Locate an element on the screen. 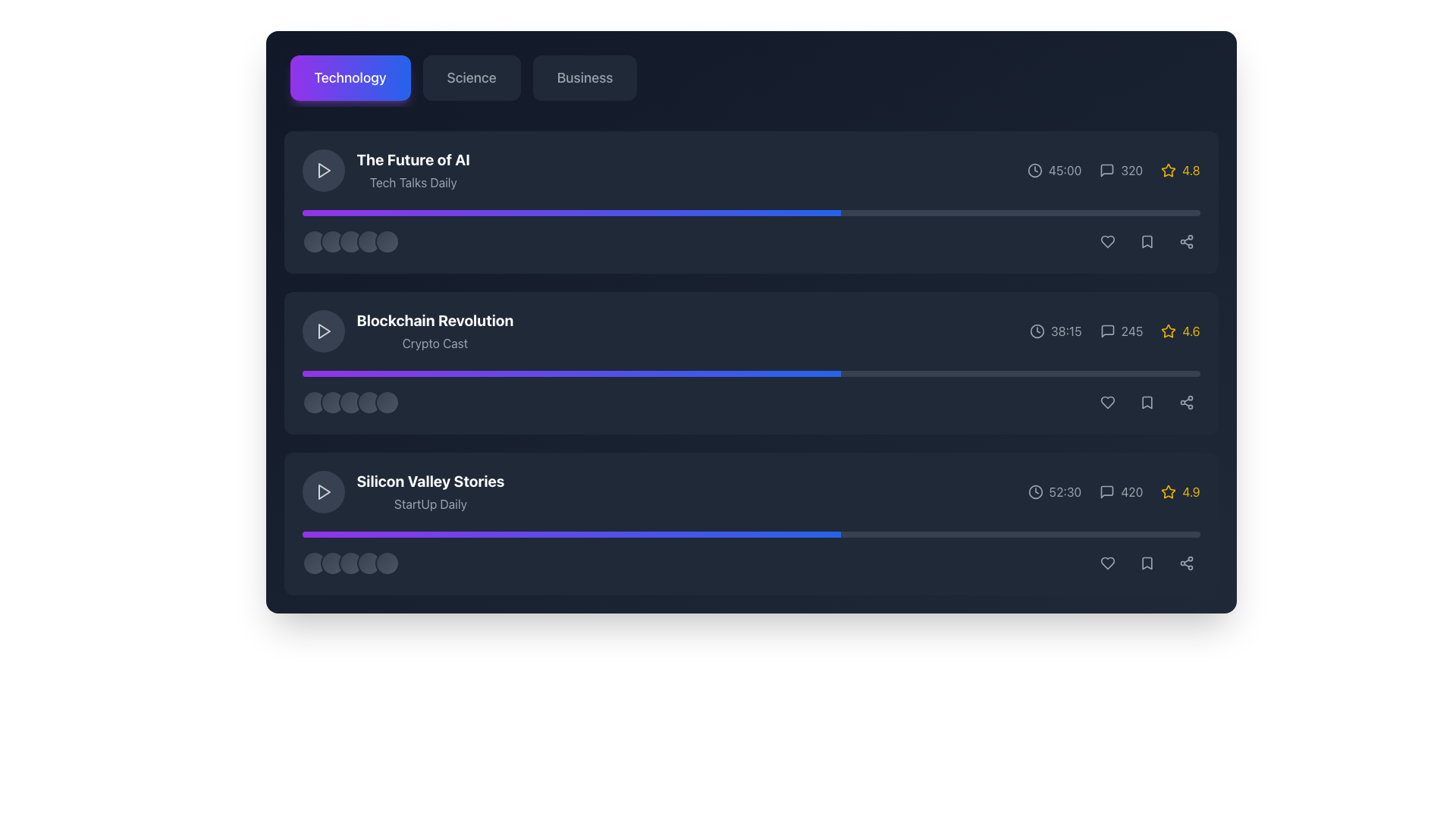 This screenshot has height=819, width=1456. the triangular play button icon within the rounded dark gray button on the left side of the podcast card labeled 'The Future of AI' to play the podcast is located at coordinates (322, 170).